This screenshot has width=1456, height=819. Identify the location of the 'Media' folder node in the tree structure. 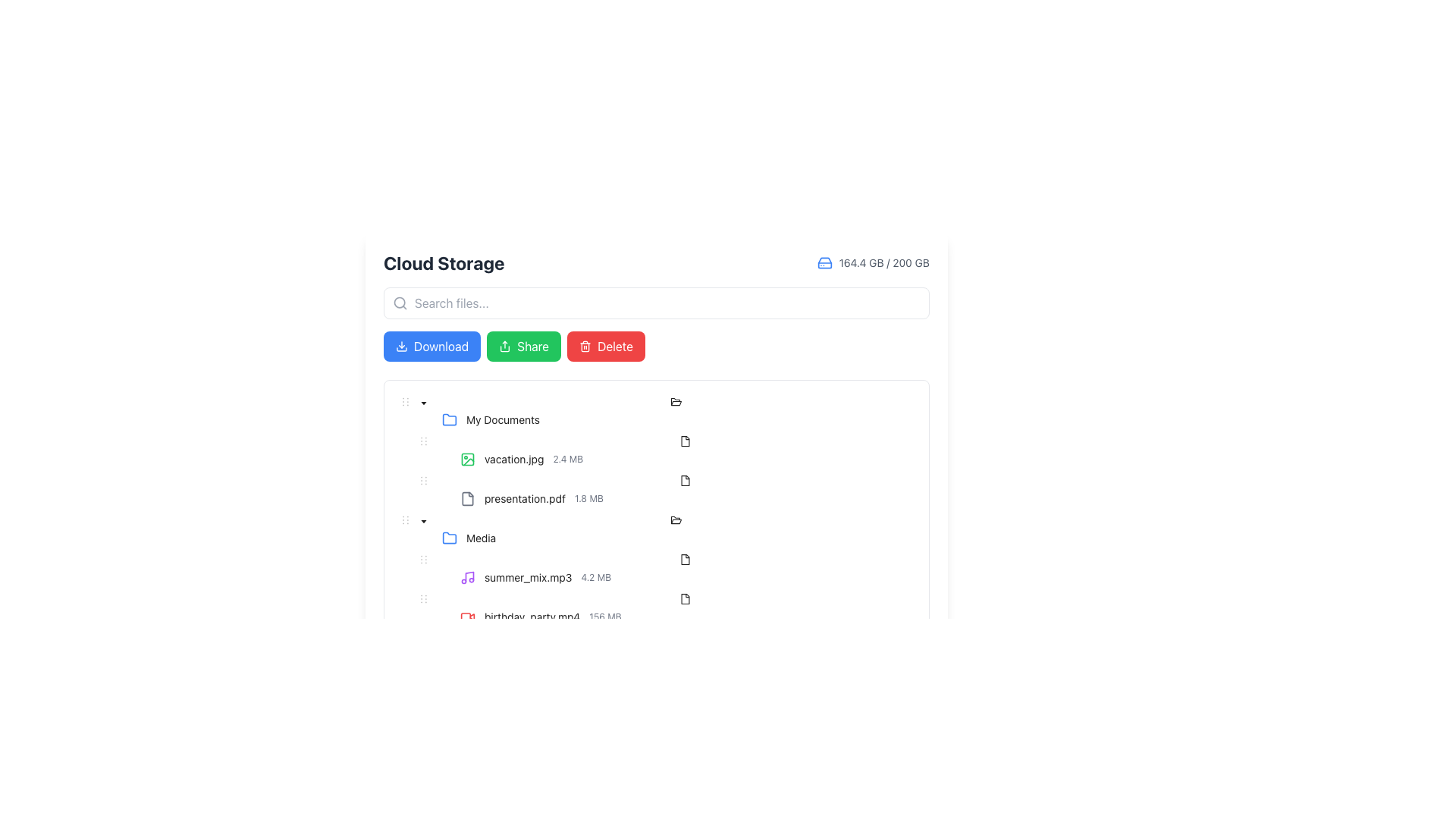
(676, 537).